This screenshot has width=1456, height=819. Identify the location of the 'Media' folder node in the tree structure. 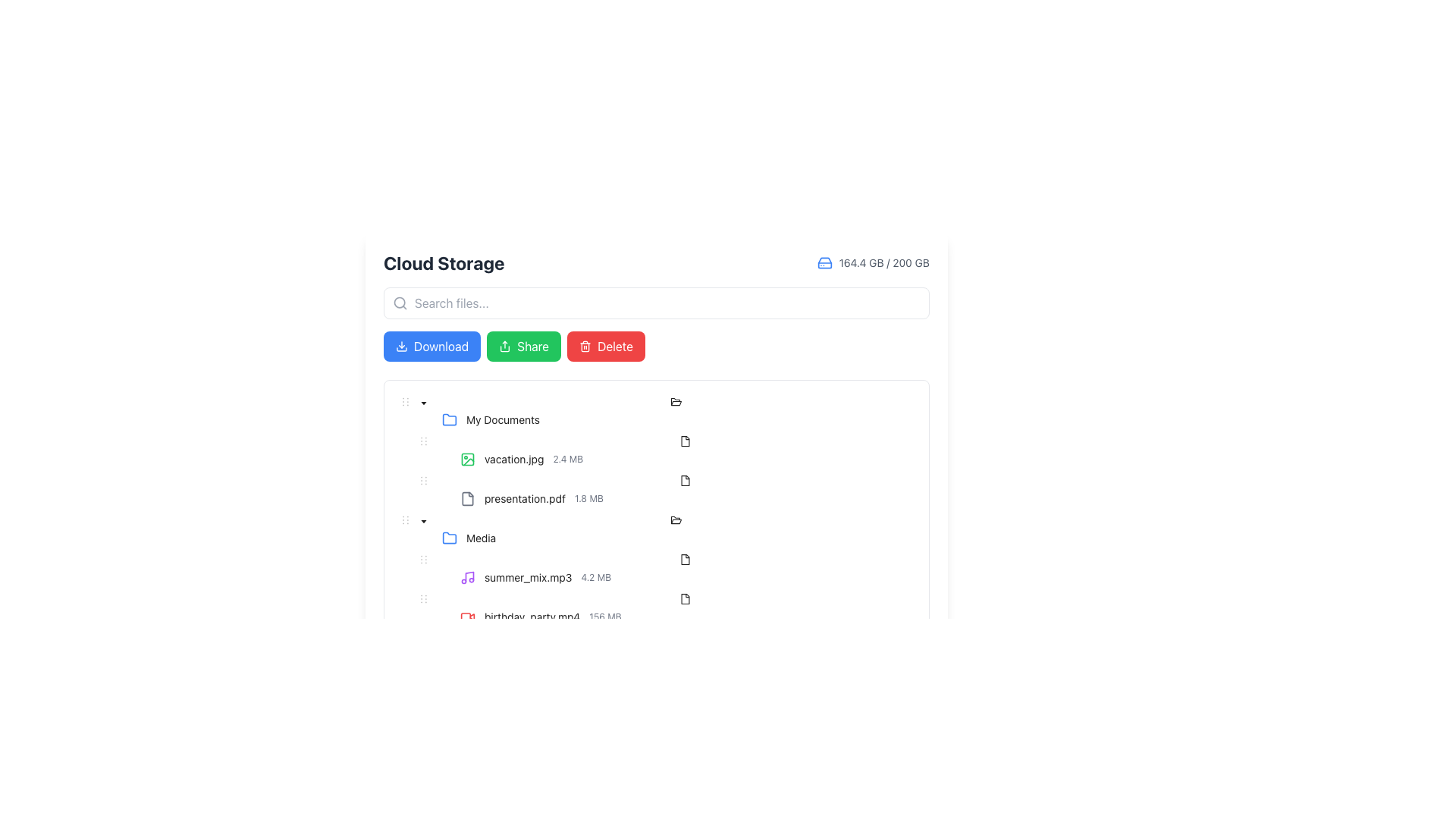
(676, 537).